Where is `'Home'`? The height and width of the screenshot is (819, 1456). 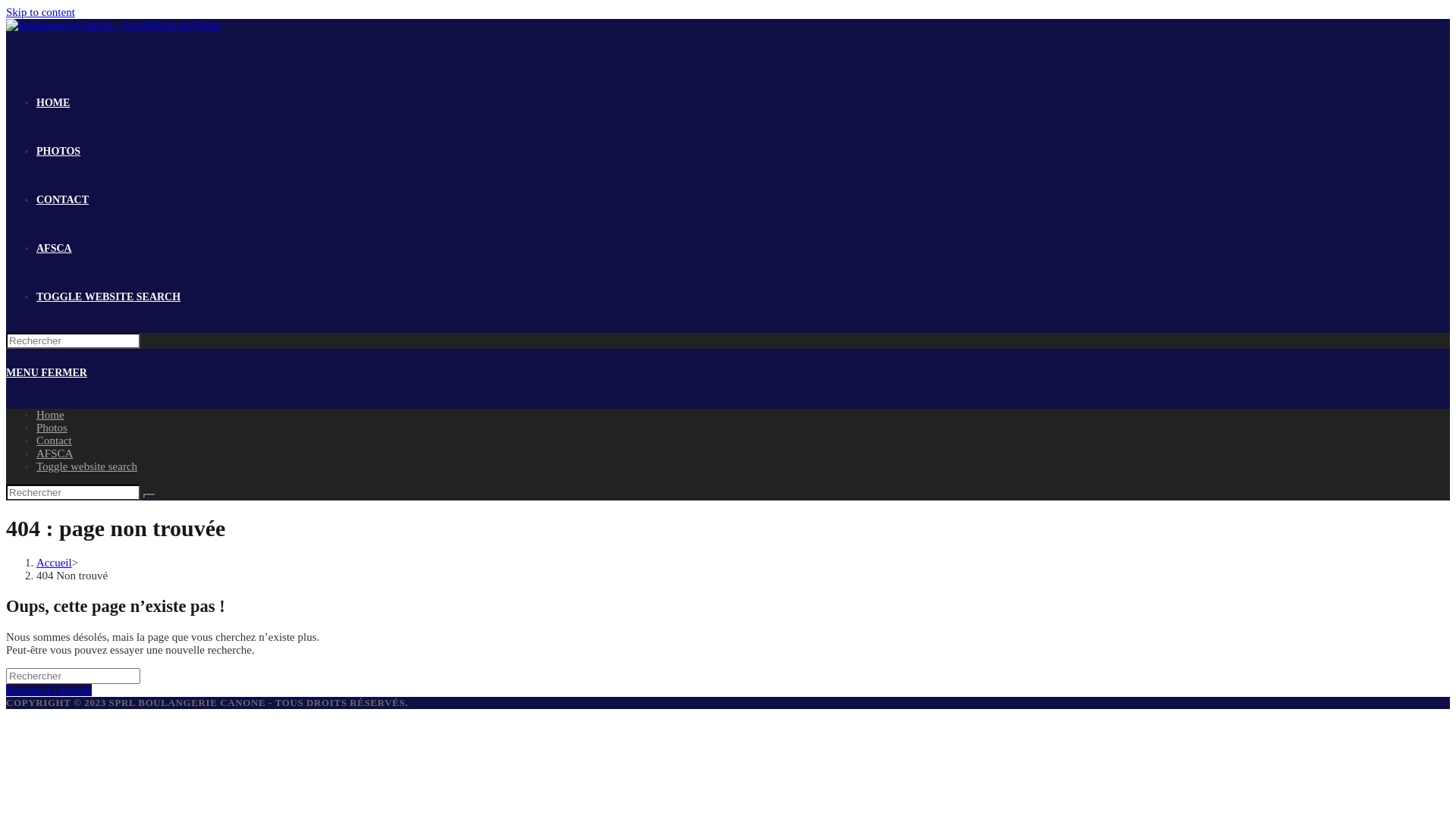
'Home' is located at coordinates (50, 415).